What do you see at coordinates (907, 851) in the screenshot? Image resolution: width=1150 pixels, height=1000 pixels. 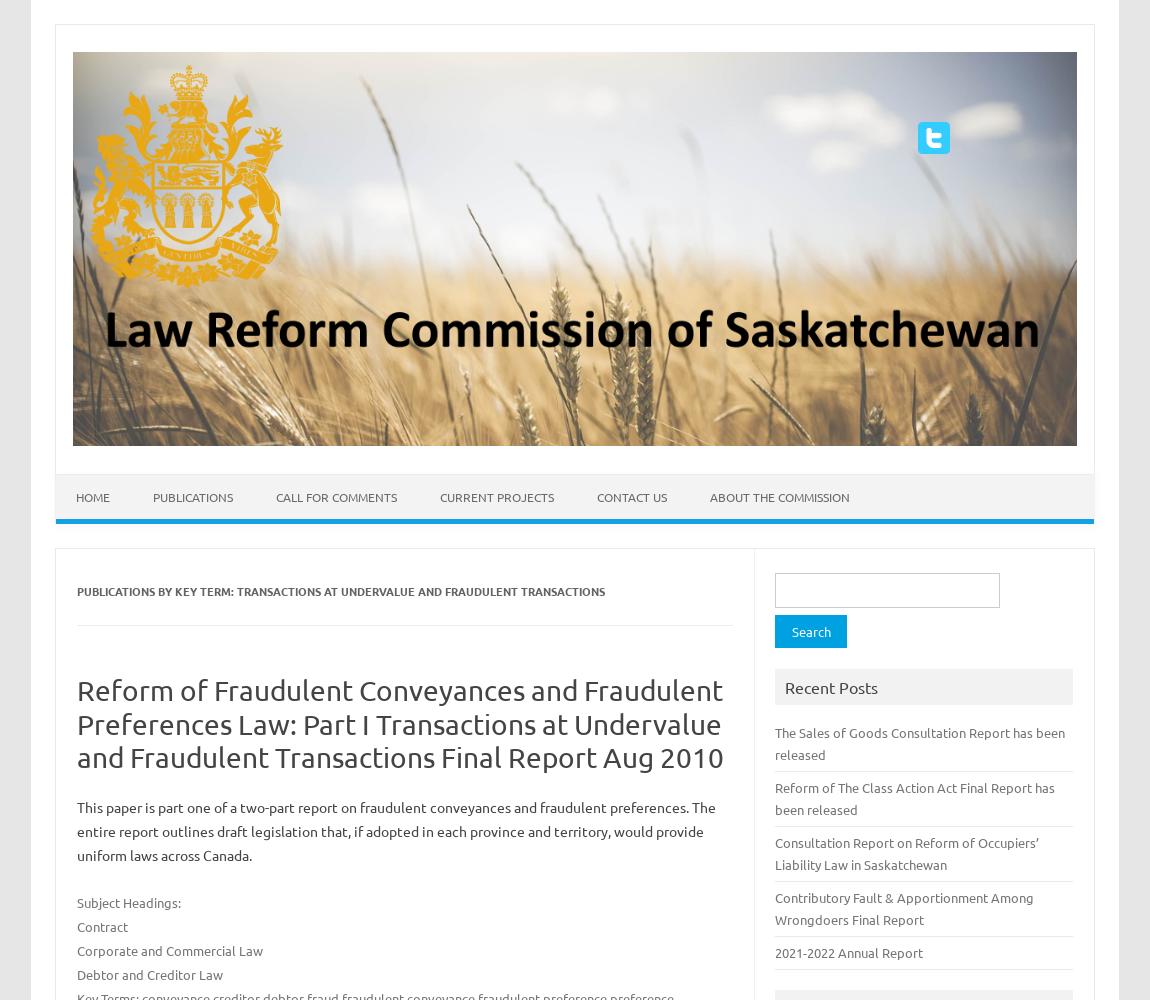 I see `'Consultation Report on Reform of Occupiers’ Liability Law in Saskatchewan'` at bounding box center [907, 851].